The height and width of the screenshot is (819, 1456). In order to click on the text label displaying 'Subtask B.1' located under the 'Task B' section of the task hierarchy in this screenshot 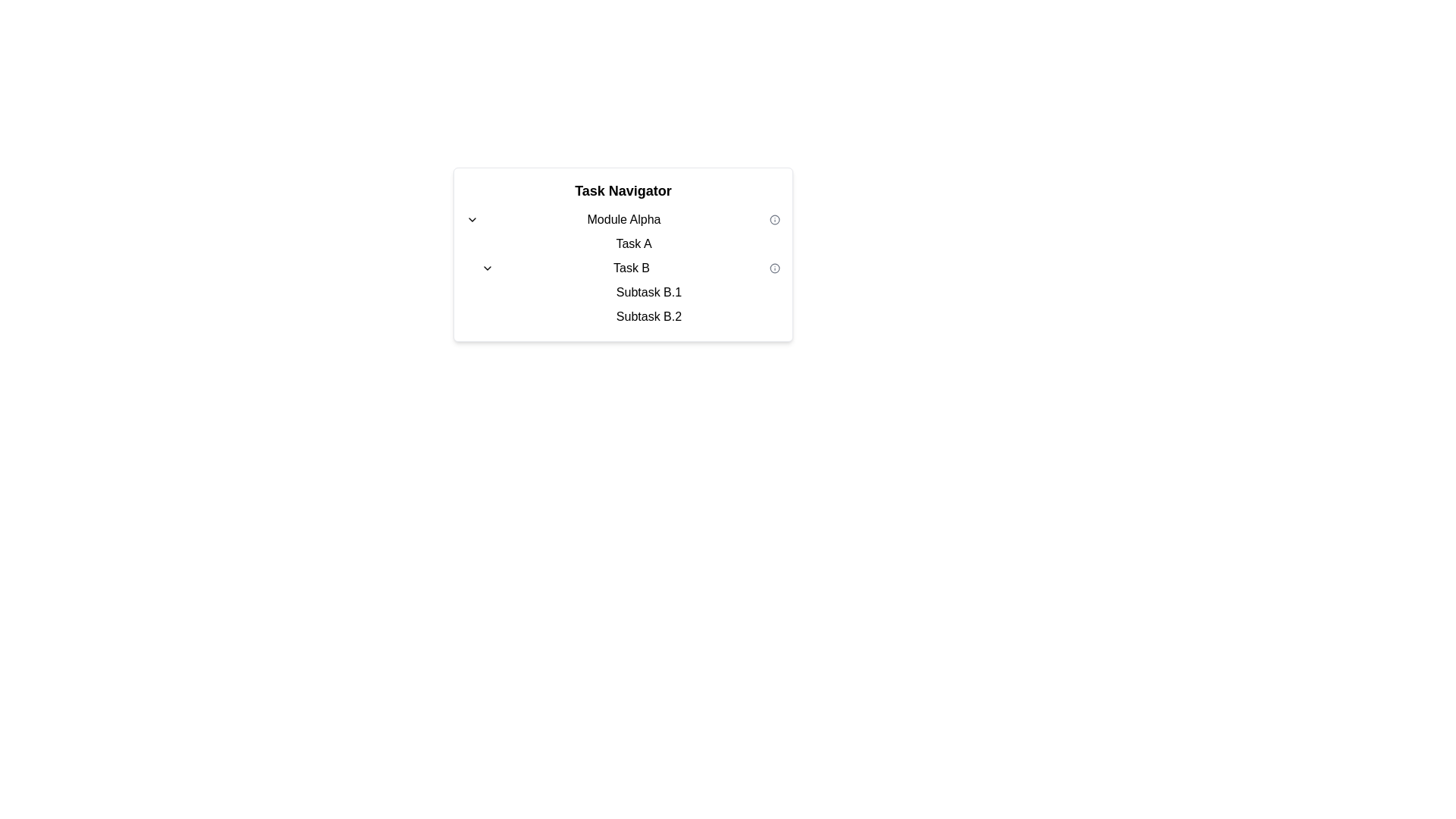, I will do `click(645, 292)`.